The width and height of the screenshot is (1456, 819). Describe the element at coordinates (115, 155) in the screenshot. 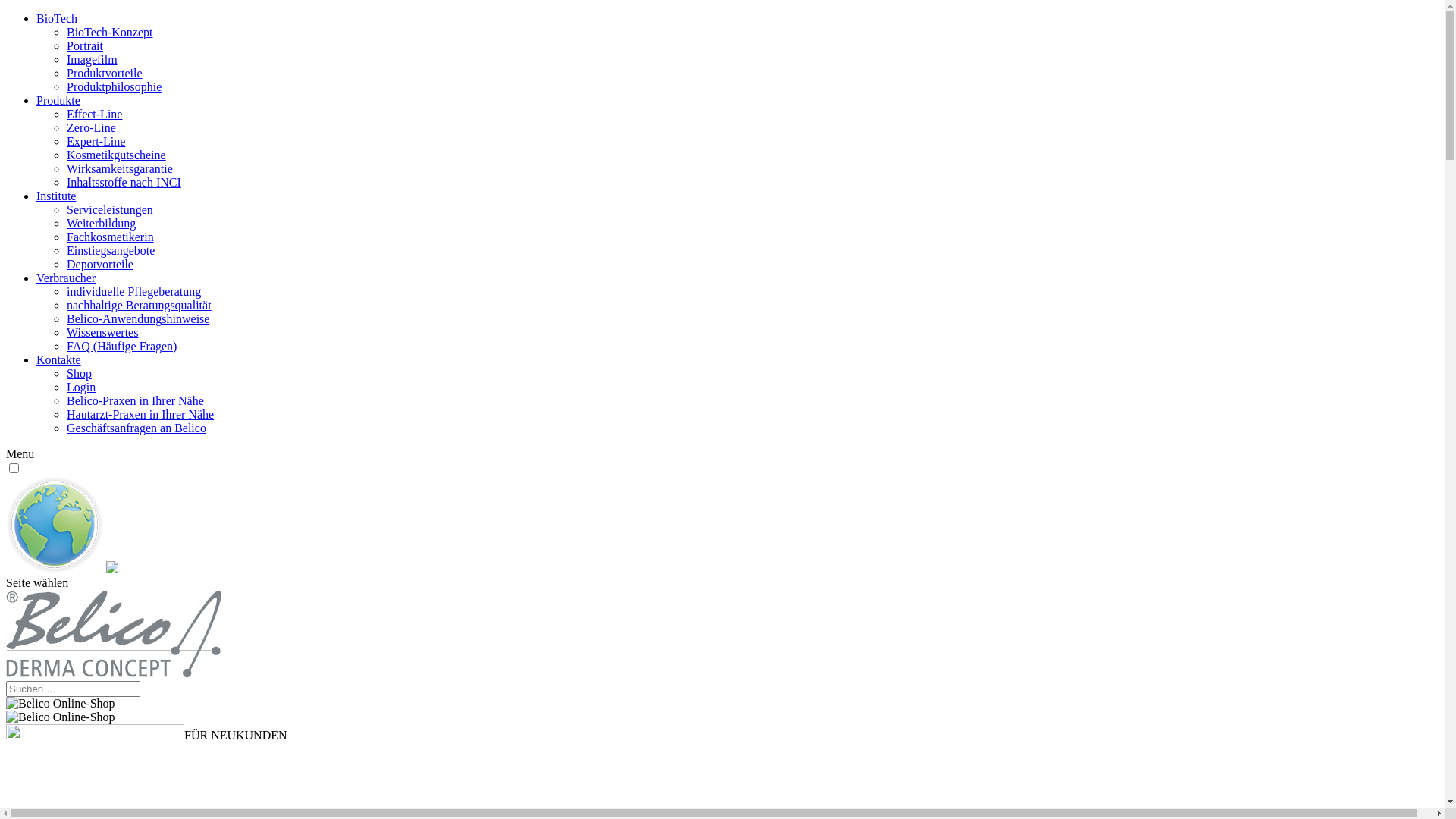

I see `'Kosmetikgutscheine'` at that location.